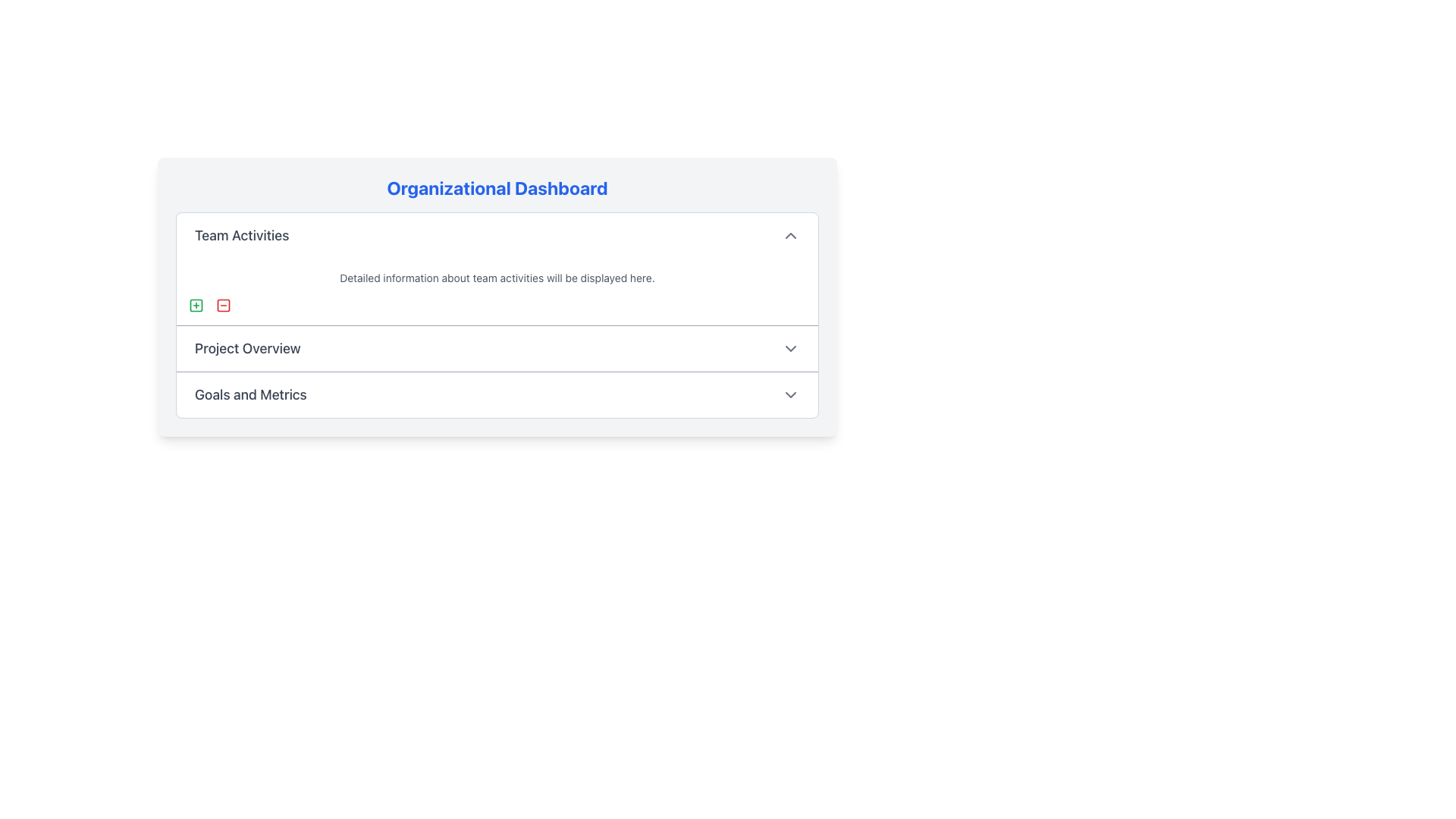 This screenshot has width=1456, height=819. What do you see at coordinates (497, 278) in the screenshot?
I see `the text element displaying 'Detailed information about team activities will be displayed here.', which is styled in light gray and located beneath the heading 'Team Activities'` at bounding box center [497, 278].